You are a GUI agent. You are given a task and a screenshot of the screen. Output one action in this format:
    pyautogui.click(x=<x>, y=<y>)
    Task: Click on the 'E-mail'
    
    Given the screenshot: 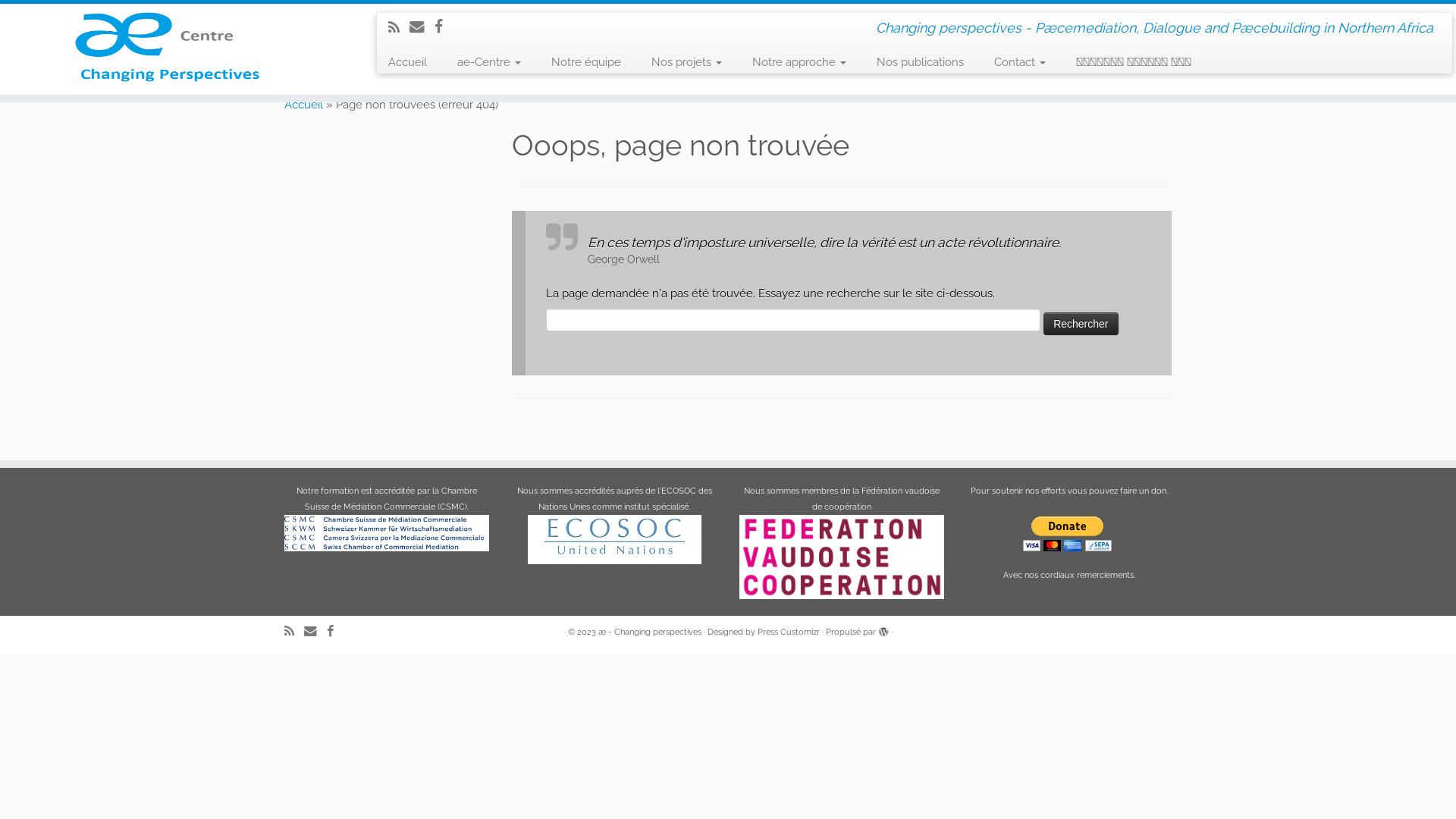 What is the action you would take?
    pyautogui.click(x=409, y=27)
    